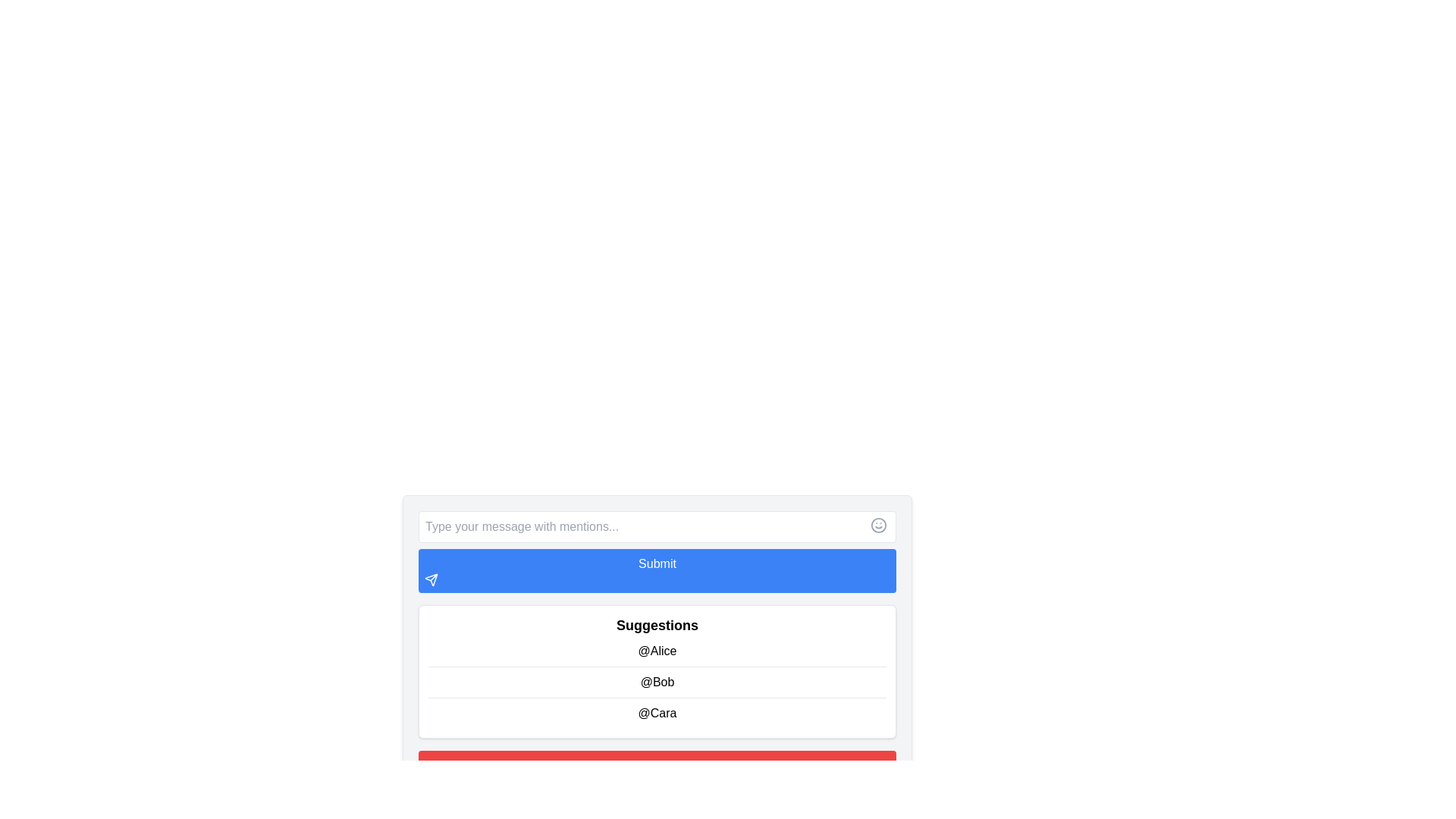 The width and height of the screenshot is (1456, 819). What do you see at coordinates (657, 570) in the screenshot?
I see `the submission button located below the input text field with the placeholder 'Type your message with mentions...'` at bounding box center [657, 570].